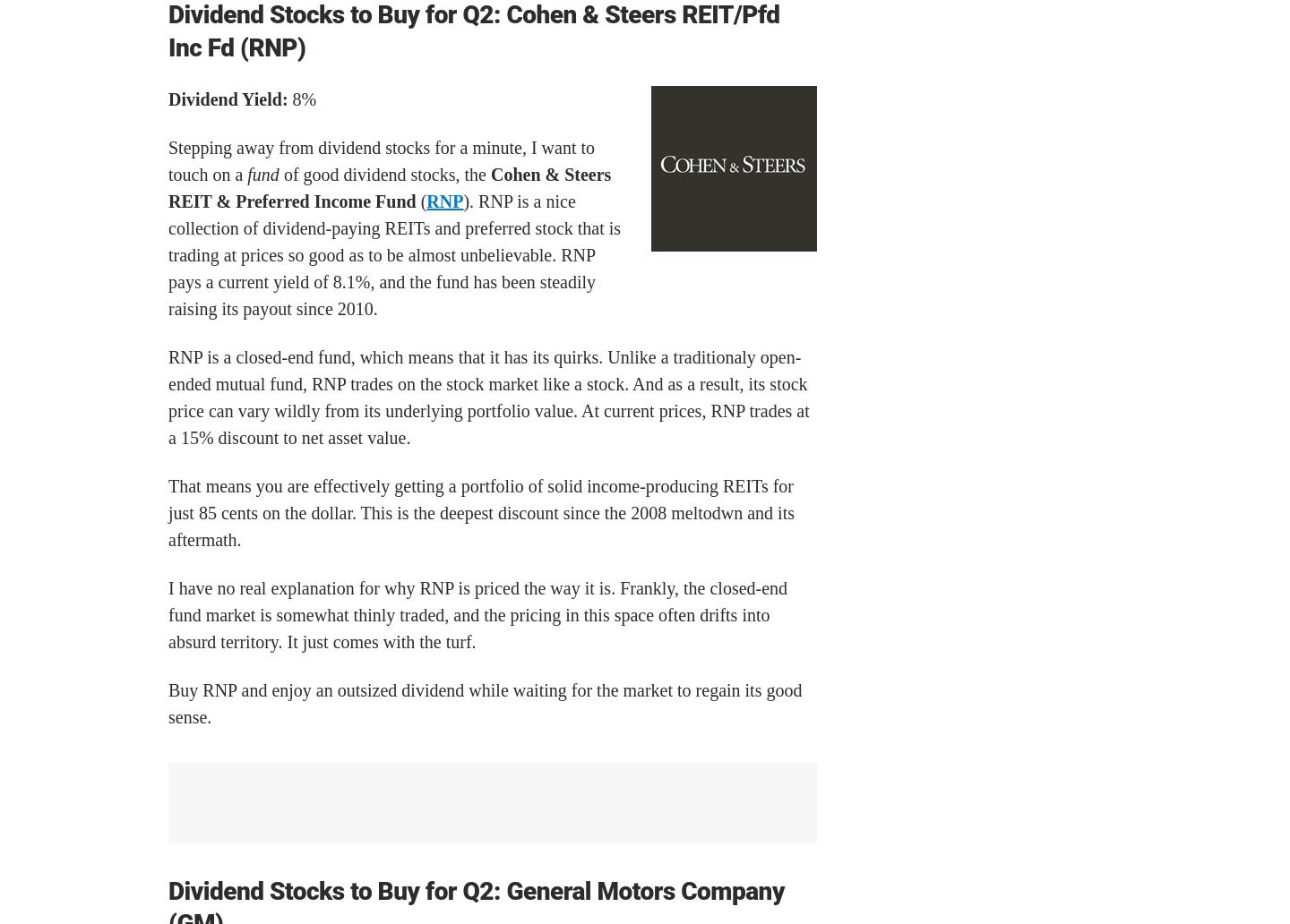 The image size is (1290, 924). I want to click on 'Stepping away from dividend stocks for a minute, I want to touch on a', so click(381, 159).